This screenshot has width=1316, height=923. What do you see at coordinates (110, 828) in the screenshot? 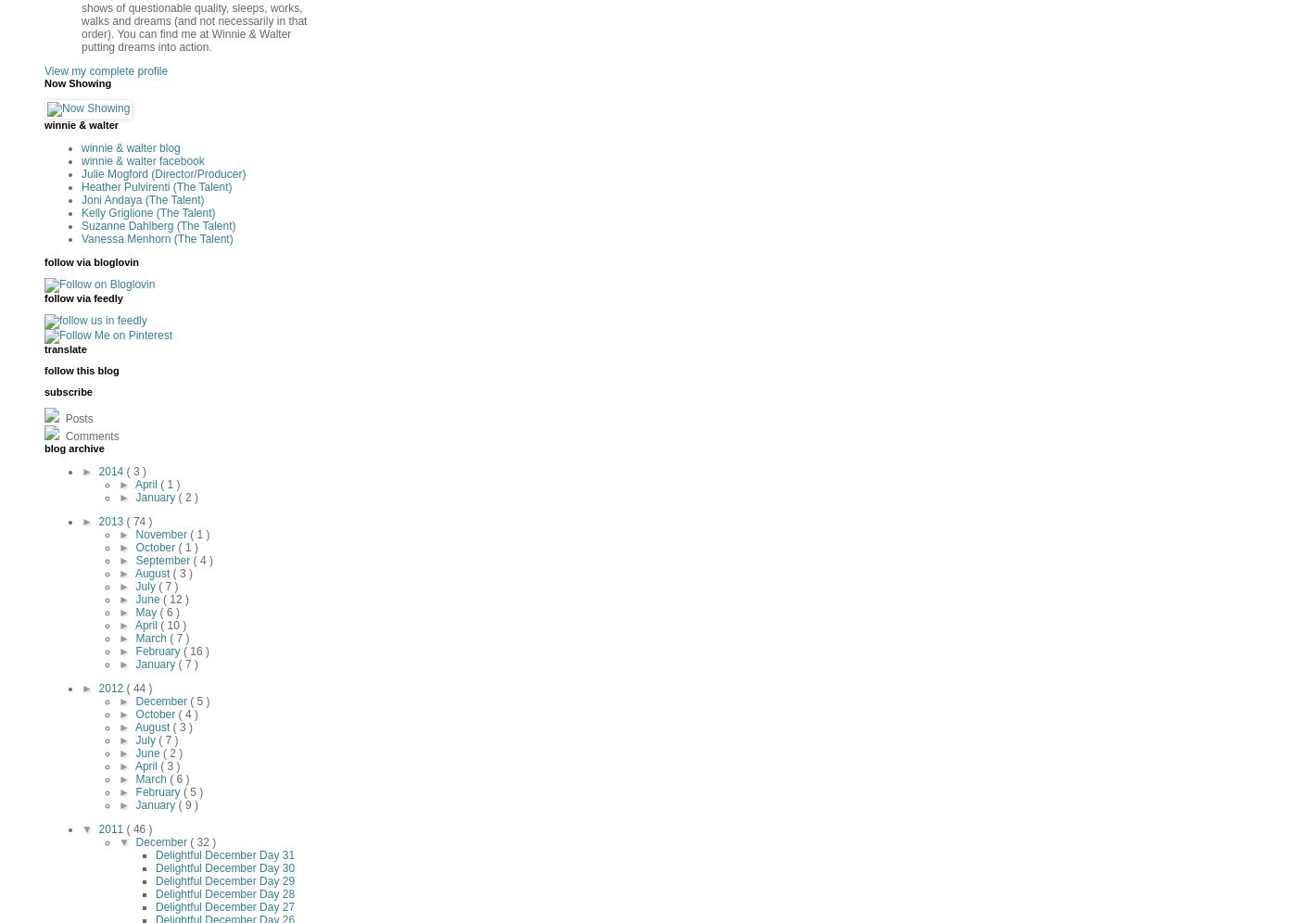
I see `'2011'` at bounding box center [110, 828].